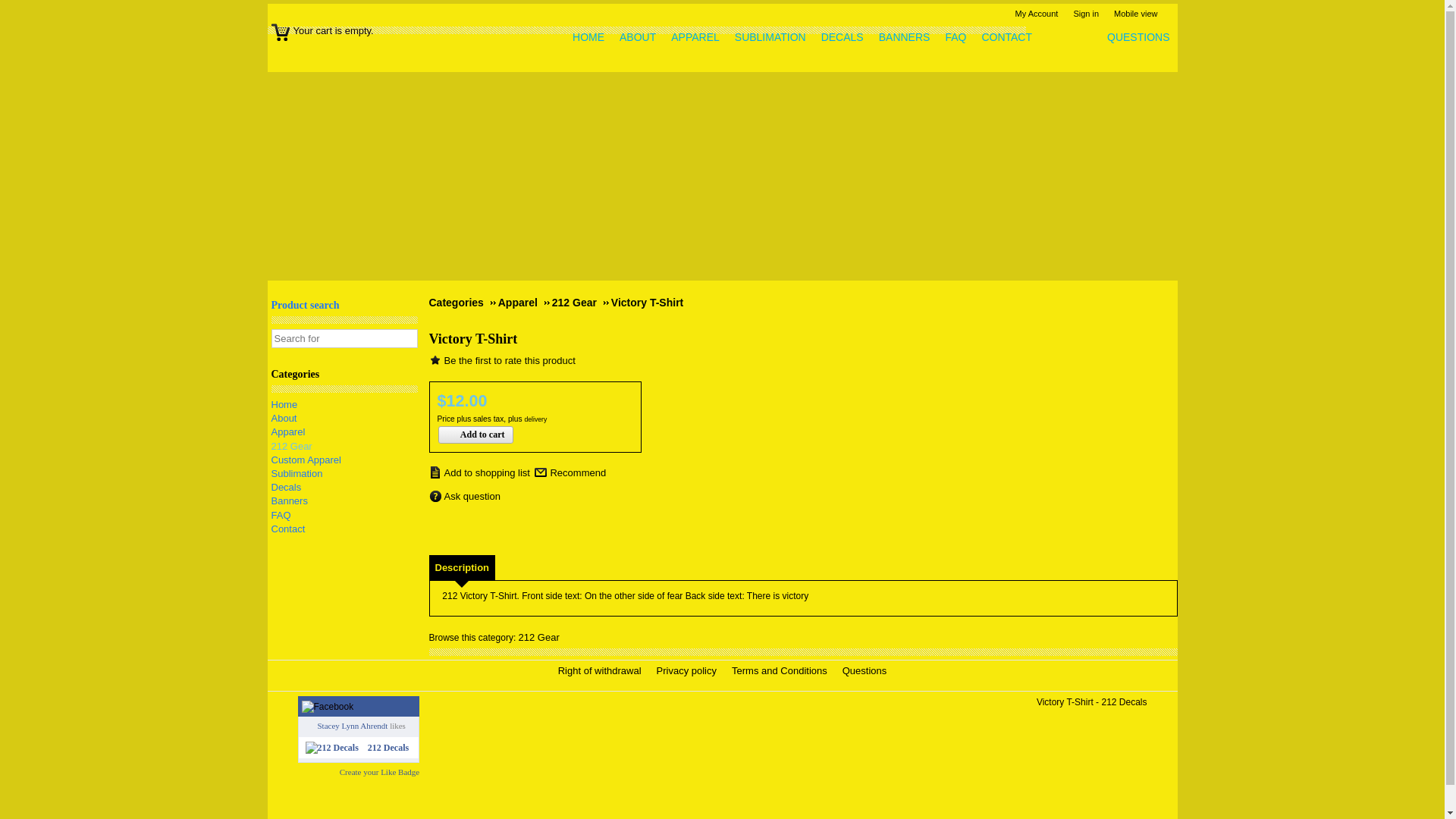 The width and height of the screenshot is (1456, 819). I want to click on 'Create your Like Badge', so click(338, 772).